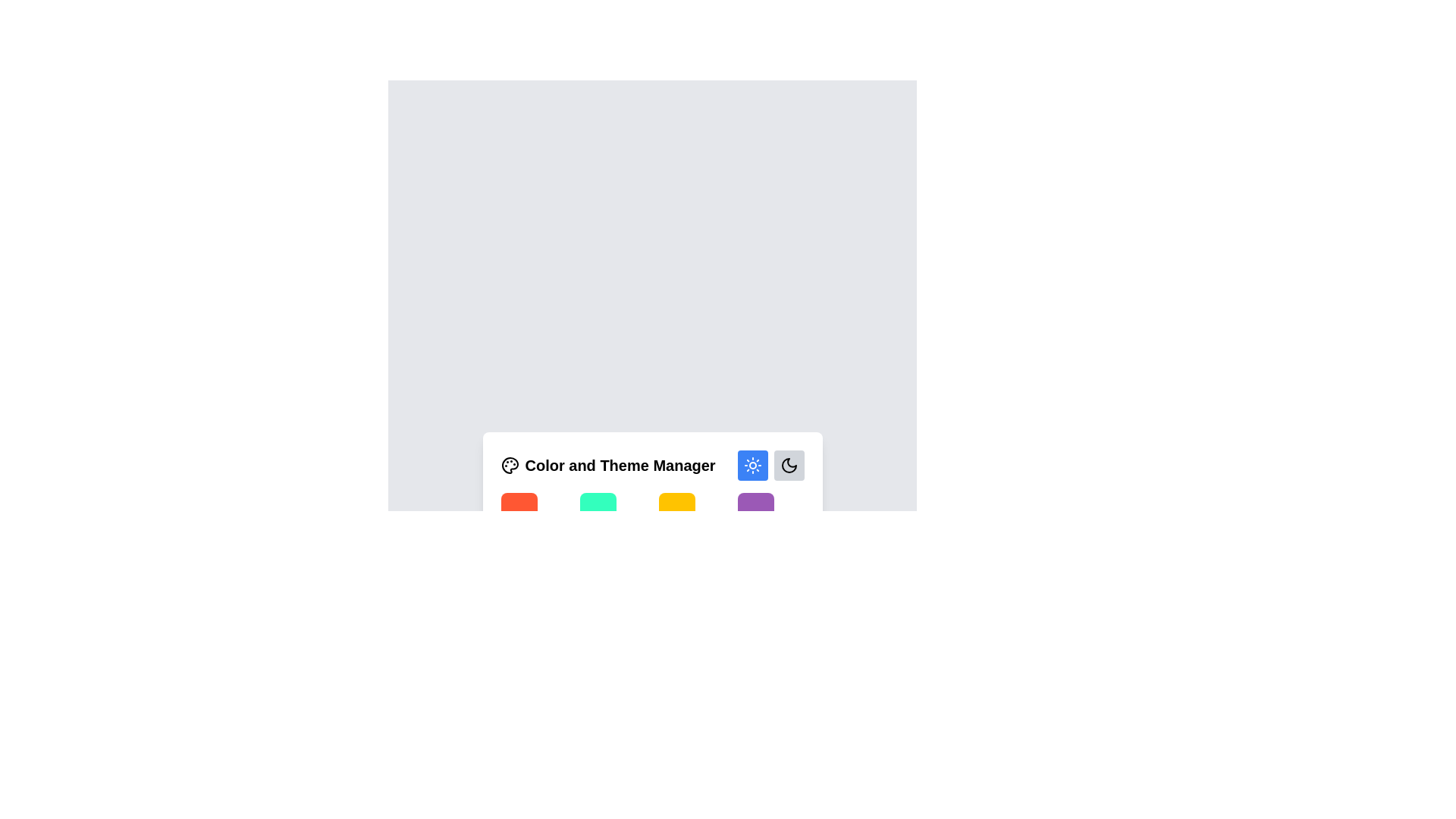 Image resolution: width=1456 pixels, height=819 pixels. I want to click on the dark mode toggle button located at the top-right corner of the panel, so click(789, 464).